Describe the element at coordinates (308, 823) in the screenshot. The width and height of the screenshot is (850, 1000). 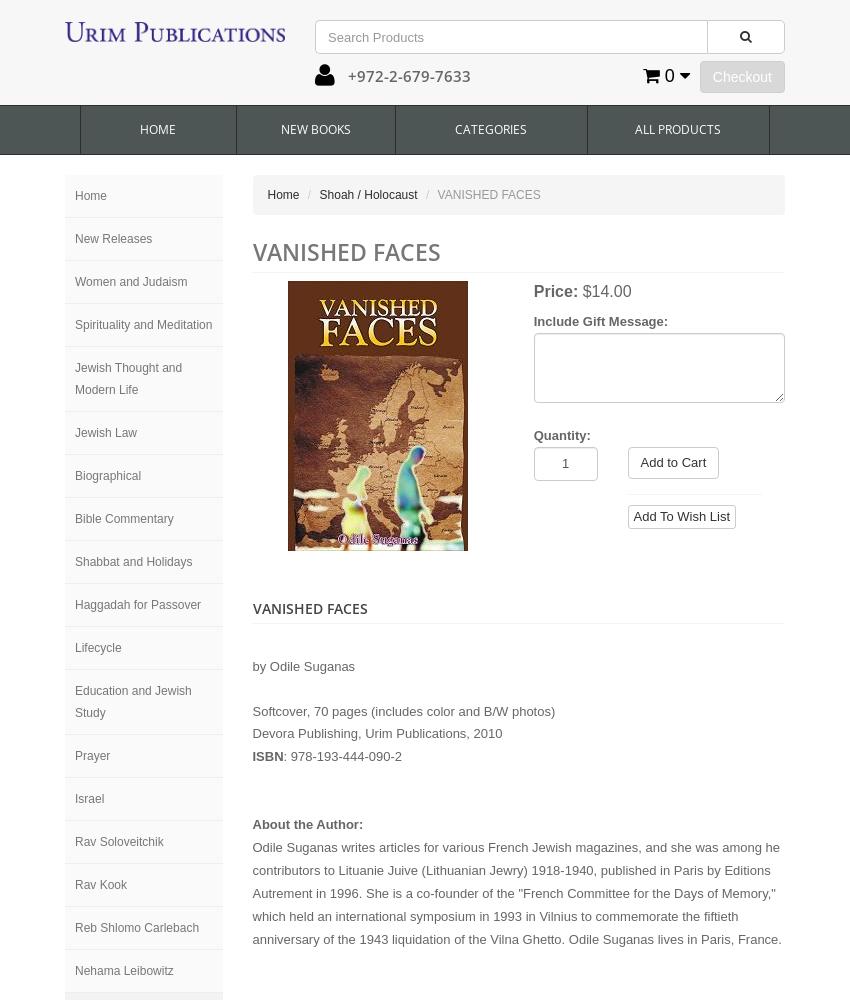
I see `'About the Author:'` at that location.